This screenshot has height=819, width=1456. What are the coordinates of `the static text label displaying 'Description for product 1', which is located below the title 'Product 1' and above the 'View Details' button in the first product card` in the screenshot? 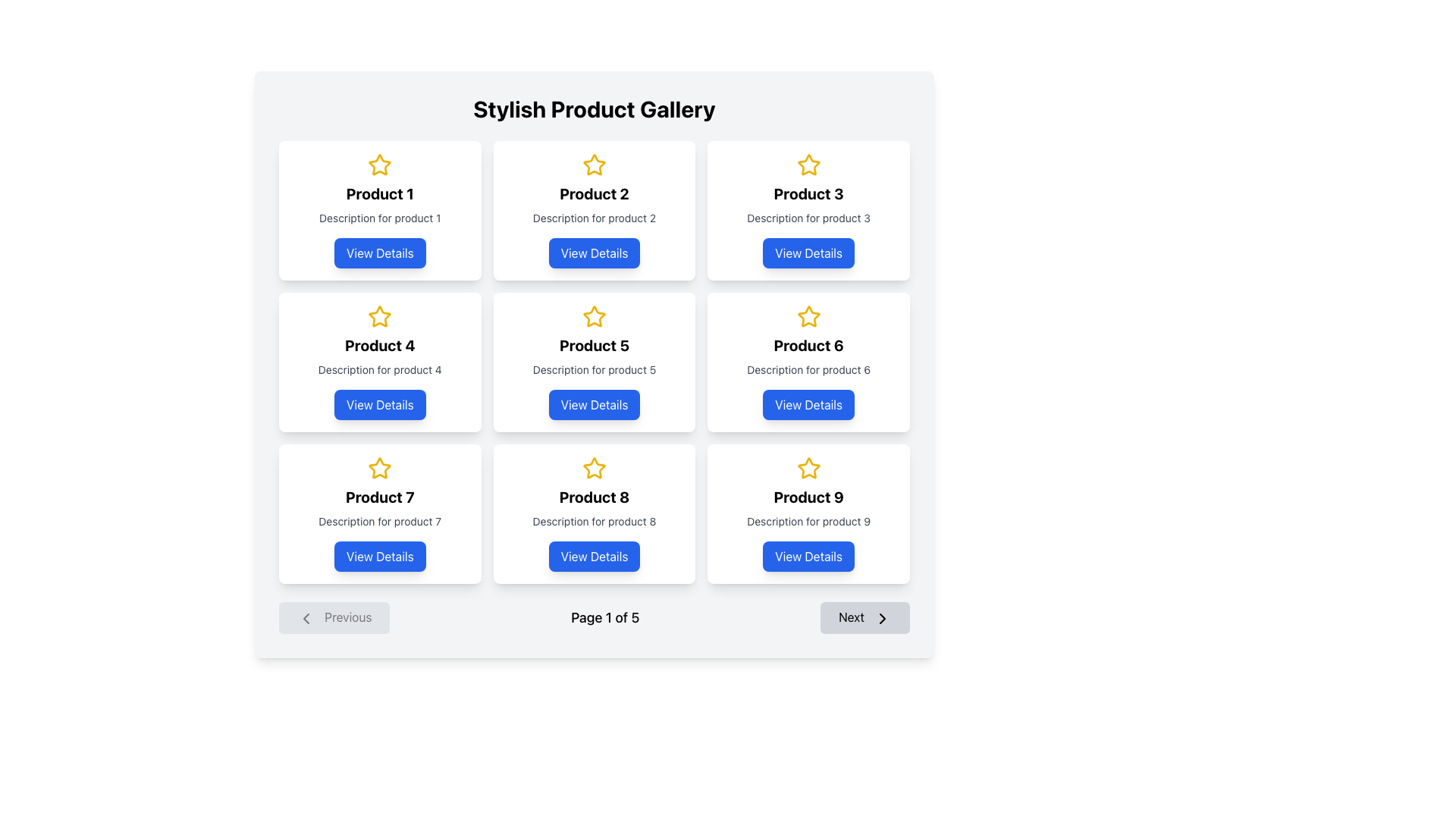 It's located at (380, 218).